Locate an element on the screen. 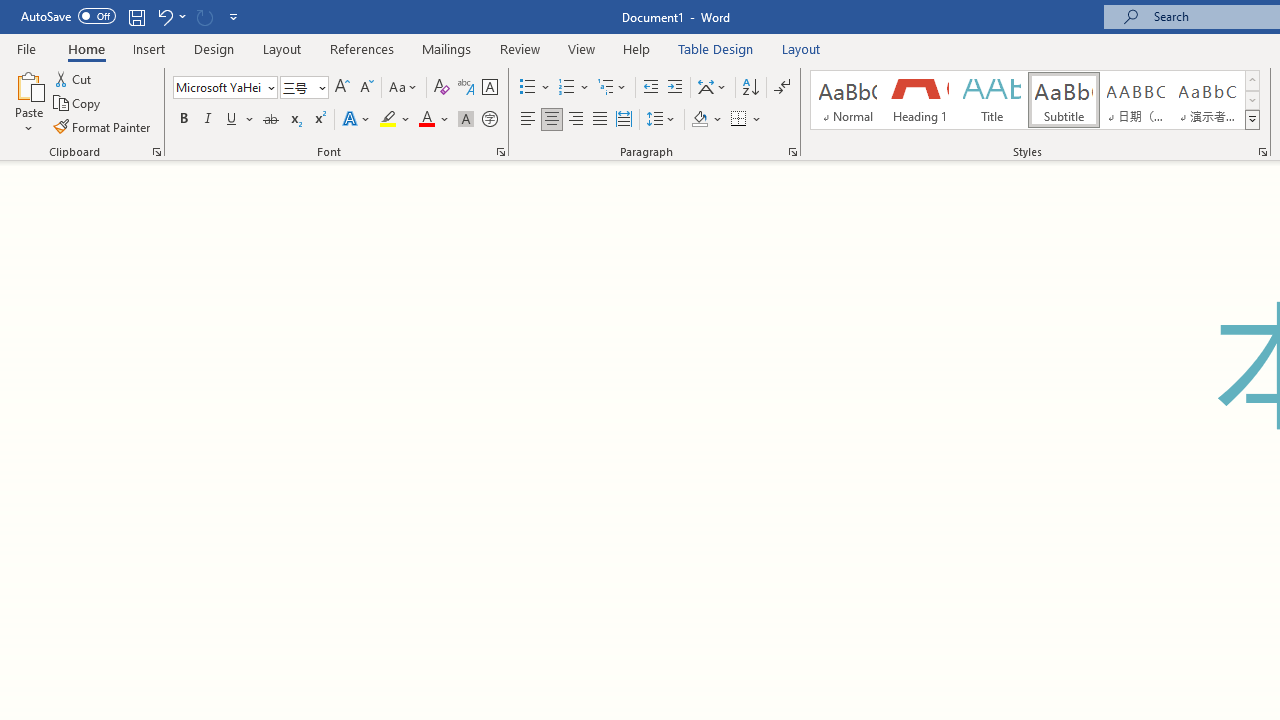 This screenshot has width=1280, height=720. 'AutoSave' is located at coordinates (68, 16).